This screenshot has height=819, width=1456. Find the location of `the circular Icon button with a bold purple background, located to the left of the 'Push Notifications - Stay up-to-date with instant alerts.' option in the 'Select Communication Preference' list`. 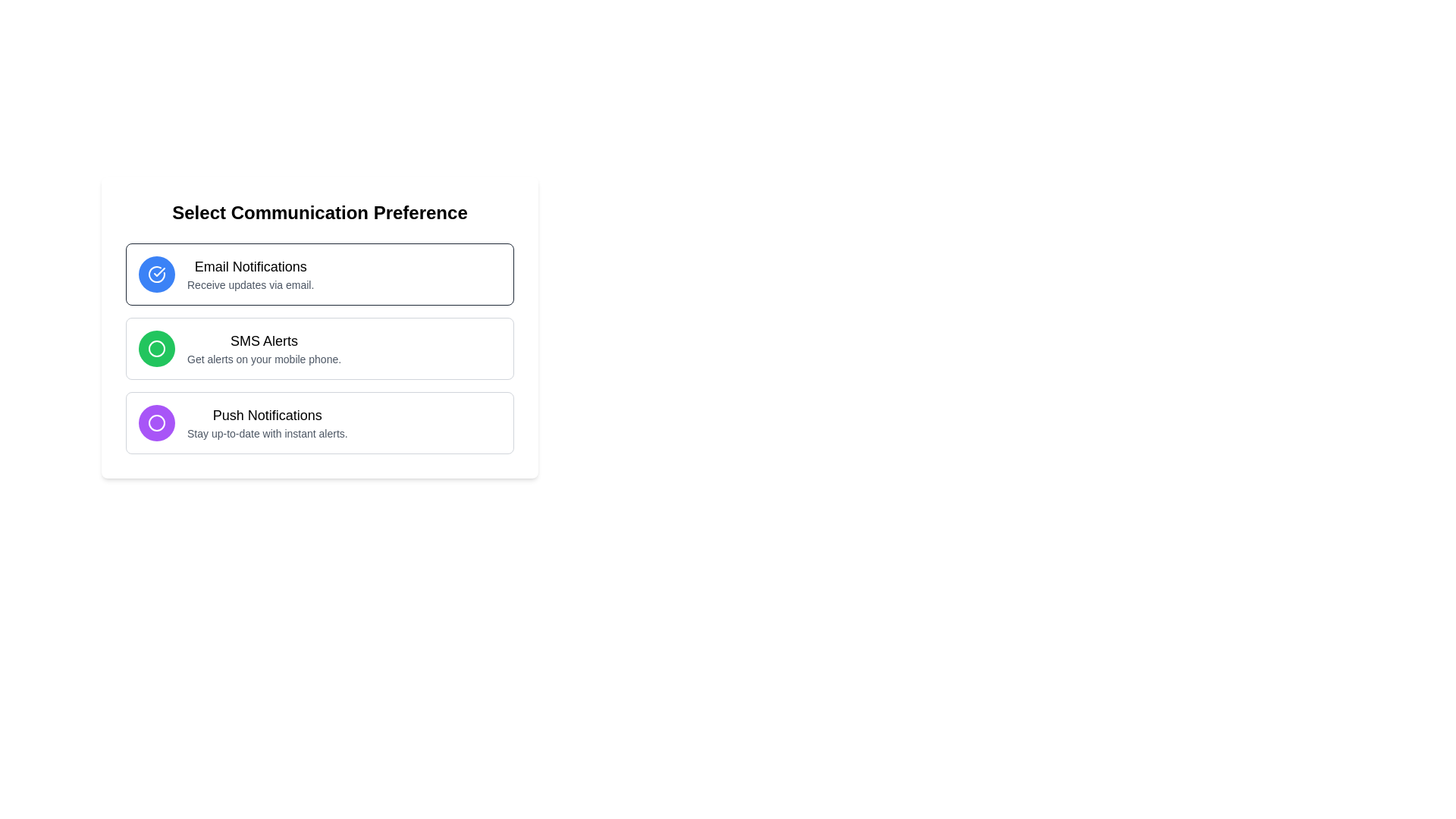

the circular Icon button with a bold purple background, located to the left of the 'Push Notifications - Stay up-to-date with instant alerts.' option in the 'Select Communication Preference' list is located at coordinates (156, 423).